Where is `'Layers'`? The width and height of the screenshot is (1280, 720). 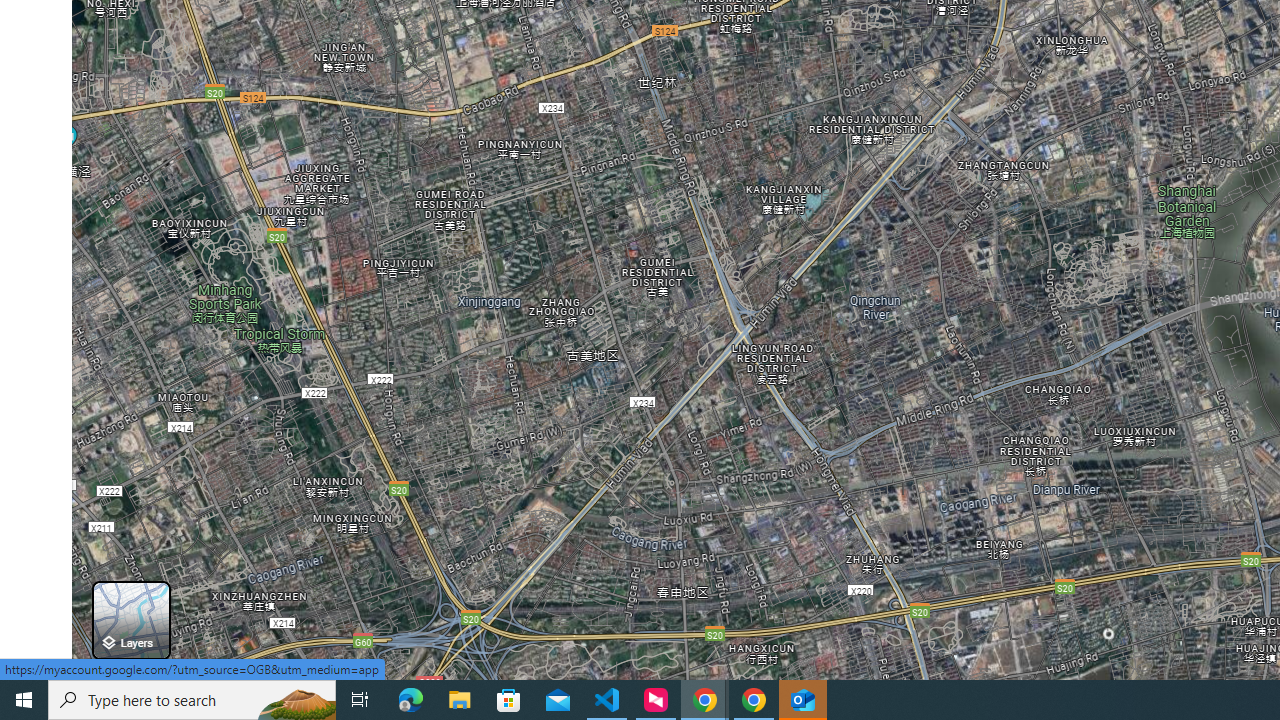
'Layers' is located at coordinates (130, 619).